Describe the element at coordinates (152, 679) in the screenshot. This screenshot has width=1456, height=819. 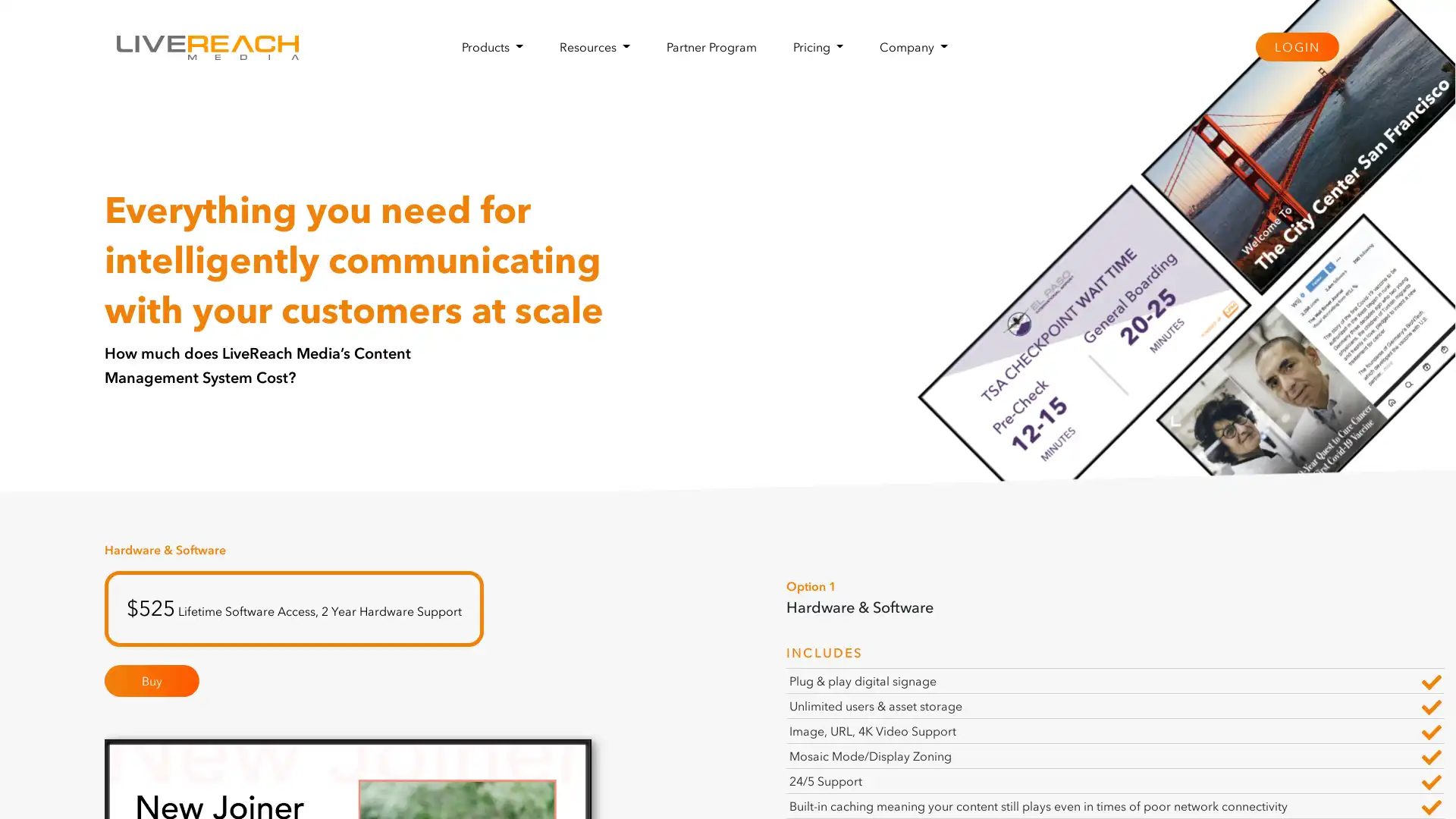
I see `Buy` at that location.